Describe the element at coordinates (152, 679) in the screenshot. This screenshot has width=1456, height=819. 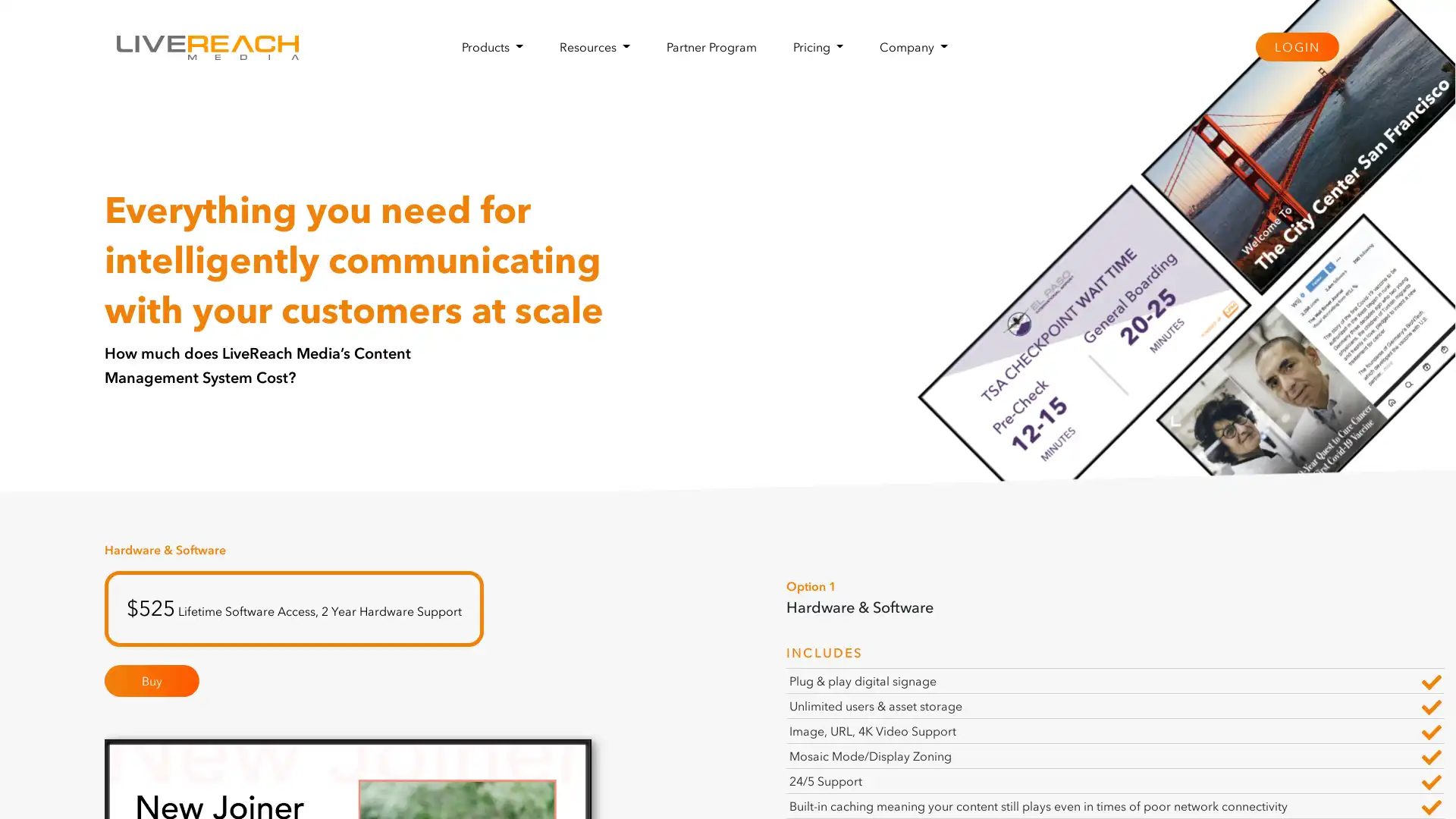
I see `Buy` at that location.